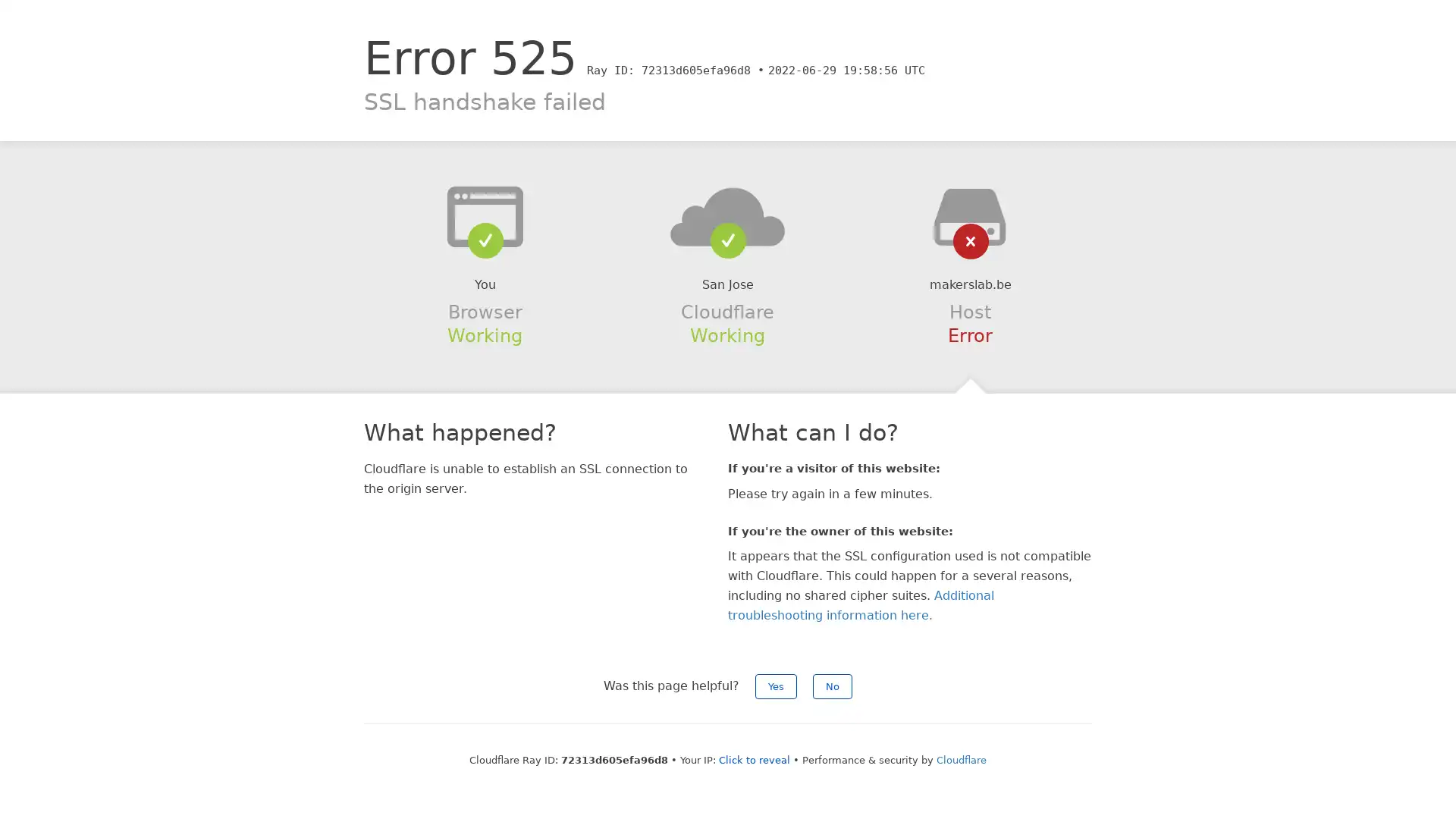  Describe the element at coordinates (832, 686) in the screenshot. I see `No` at that location.